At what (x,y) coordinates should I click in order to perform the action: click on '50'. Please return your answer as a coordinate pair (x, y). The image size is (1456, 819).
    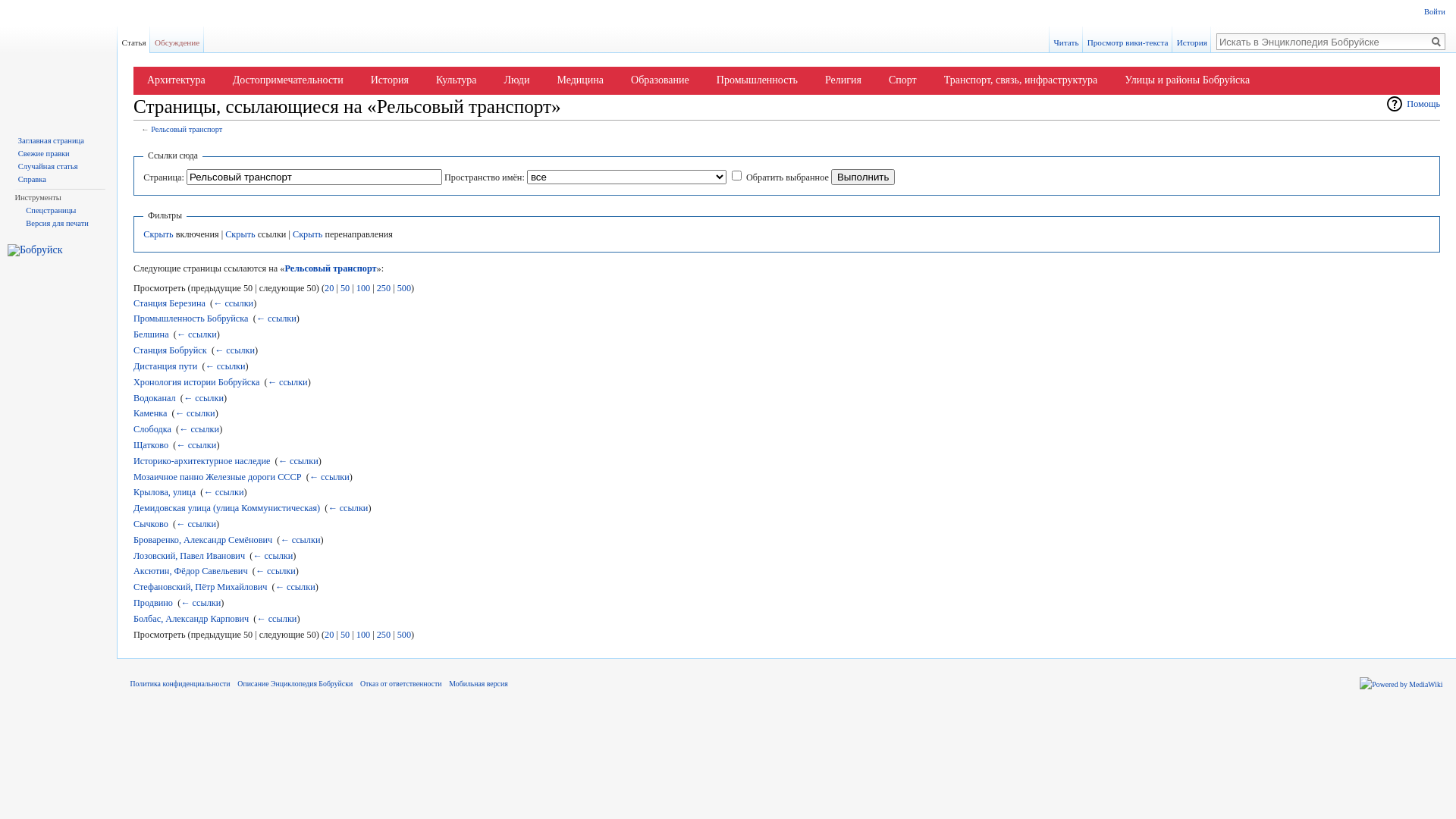
    Looking at the image, I should click on (344, 288).